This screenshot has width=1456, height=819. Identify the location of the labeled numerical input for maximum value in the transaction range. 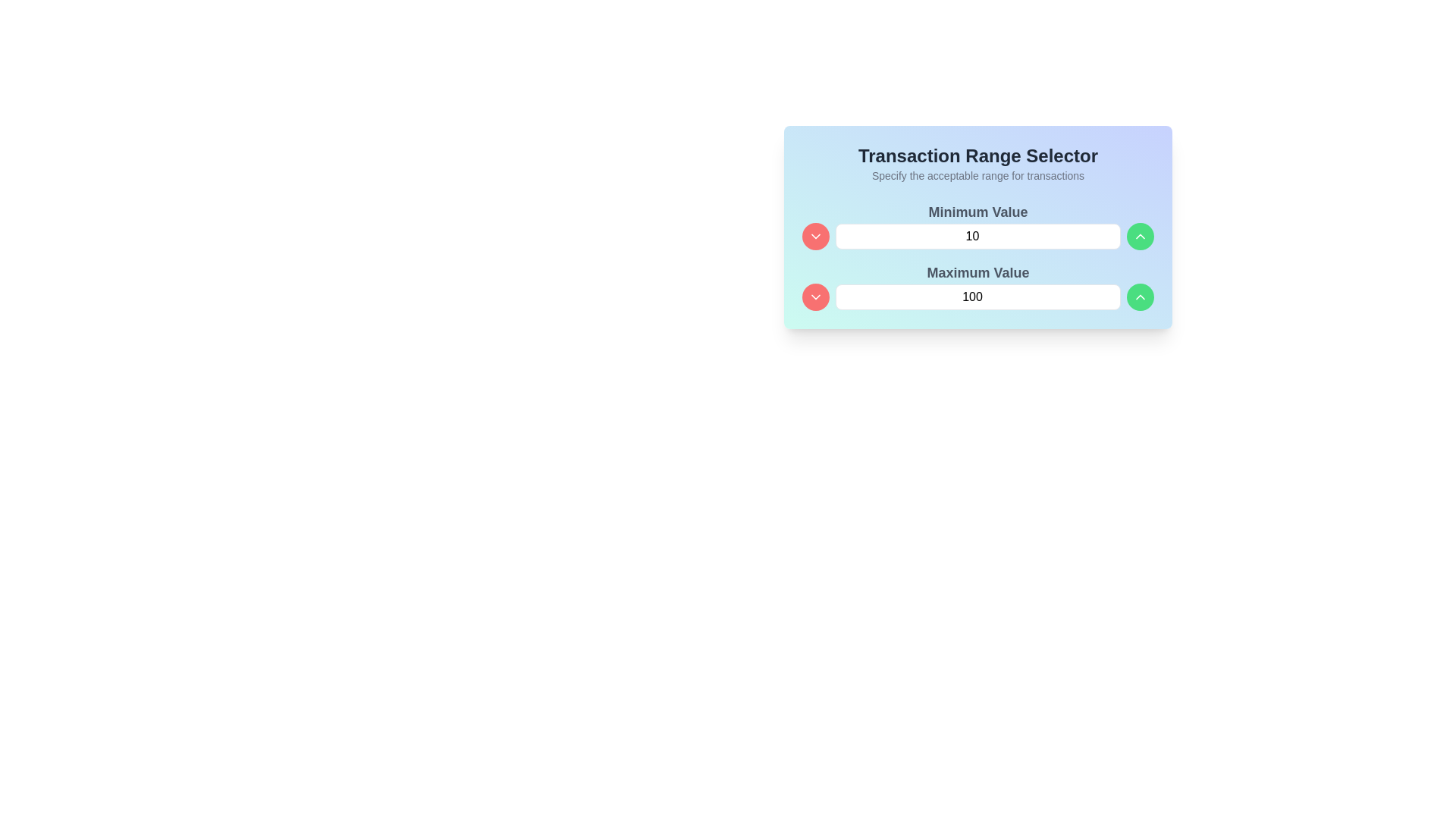
(978, 287).